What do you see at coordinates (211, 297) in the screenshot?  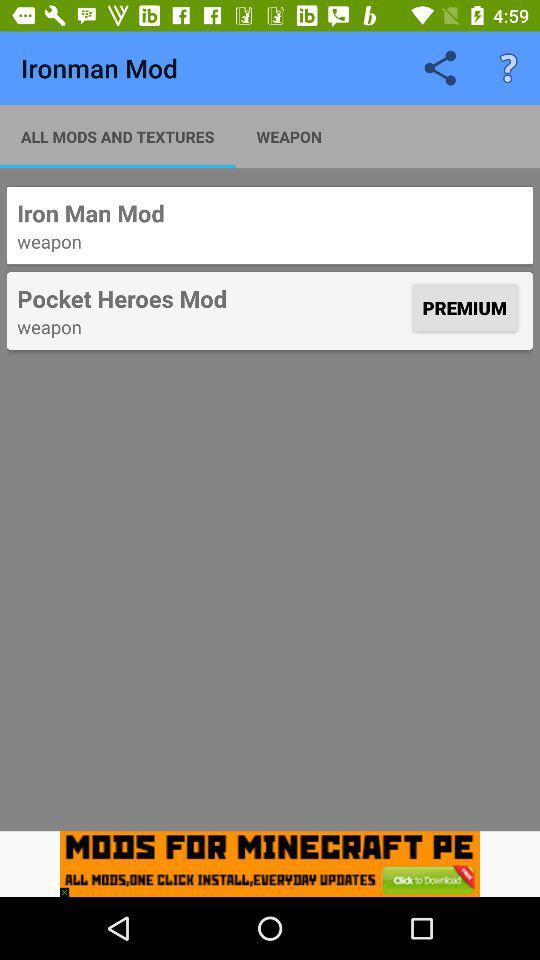 I see `item below weapon icon` at bounding box center [211, 297].